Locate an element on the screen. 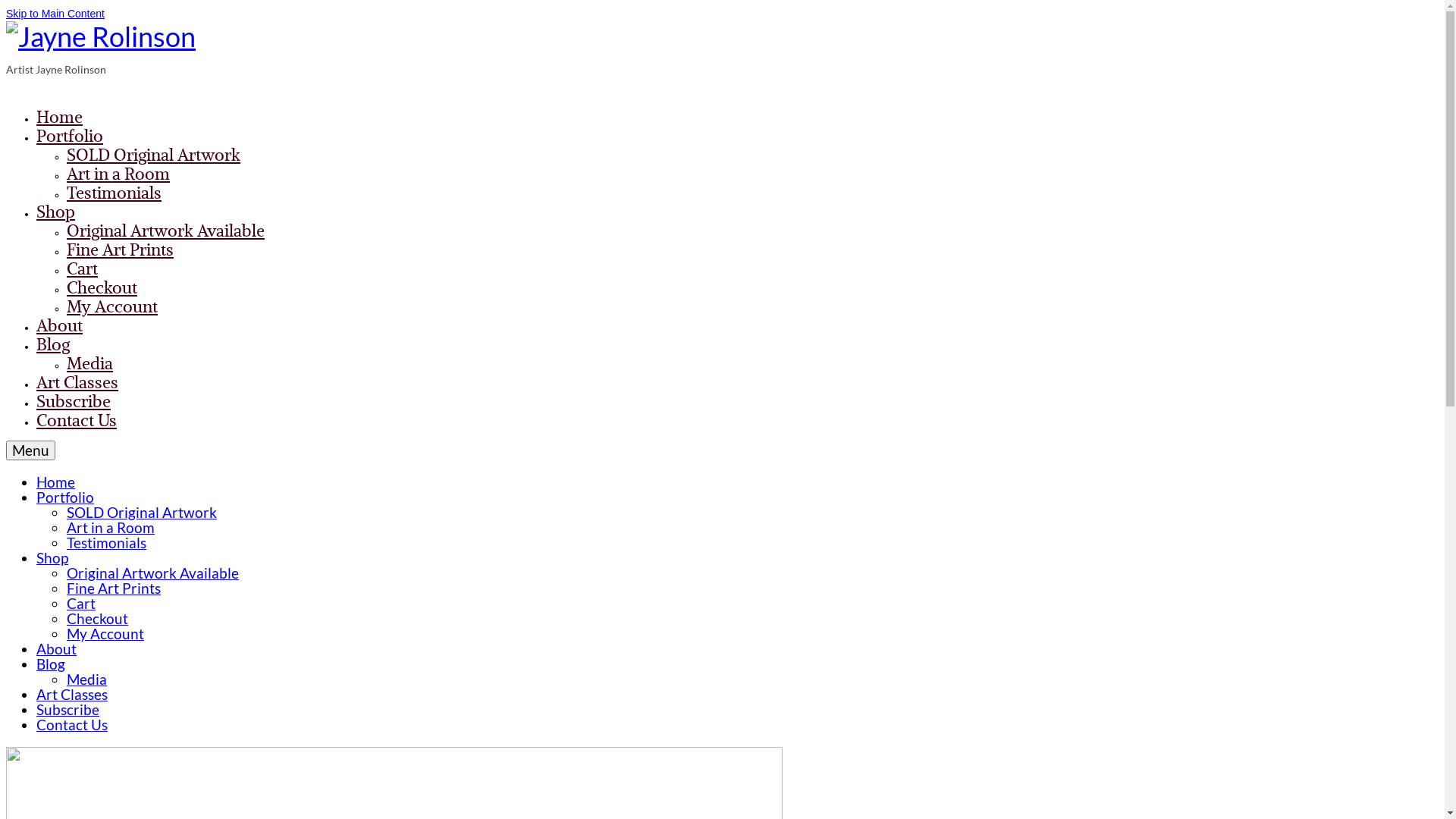  'Art in a Room' is located at coordinates (109, 526).